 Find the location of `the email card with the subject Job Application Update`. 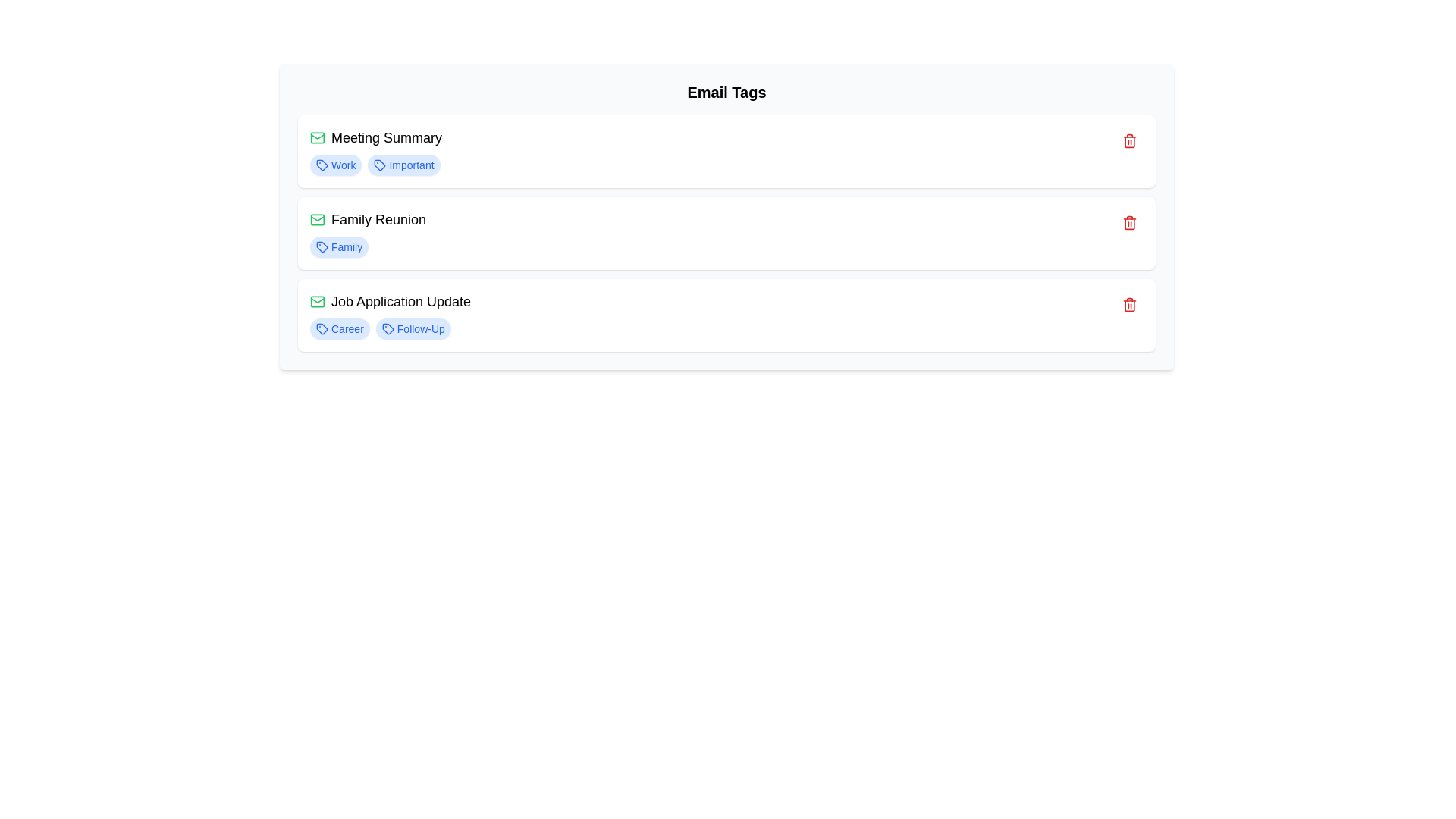

the email card with the subject Job Application Update is located at coordinates (726, 315).